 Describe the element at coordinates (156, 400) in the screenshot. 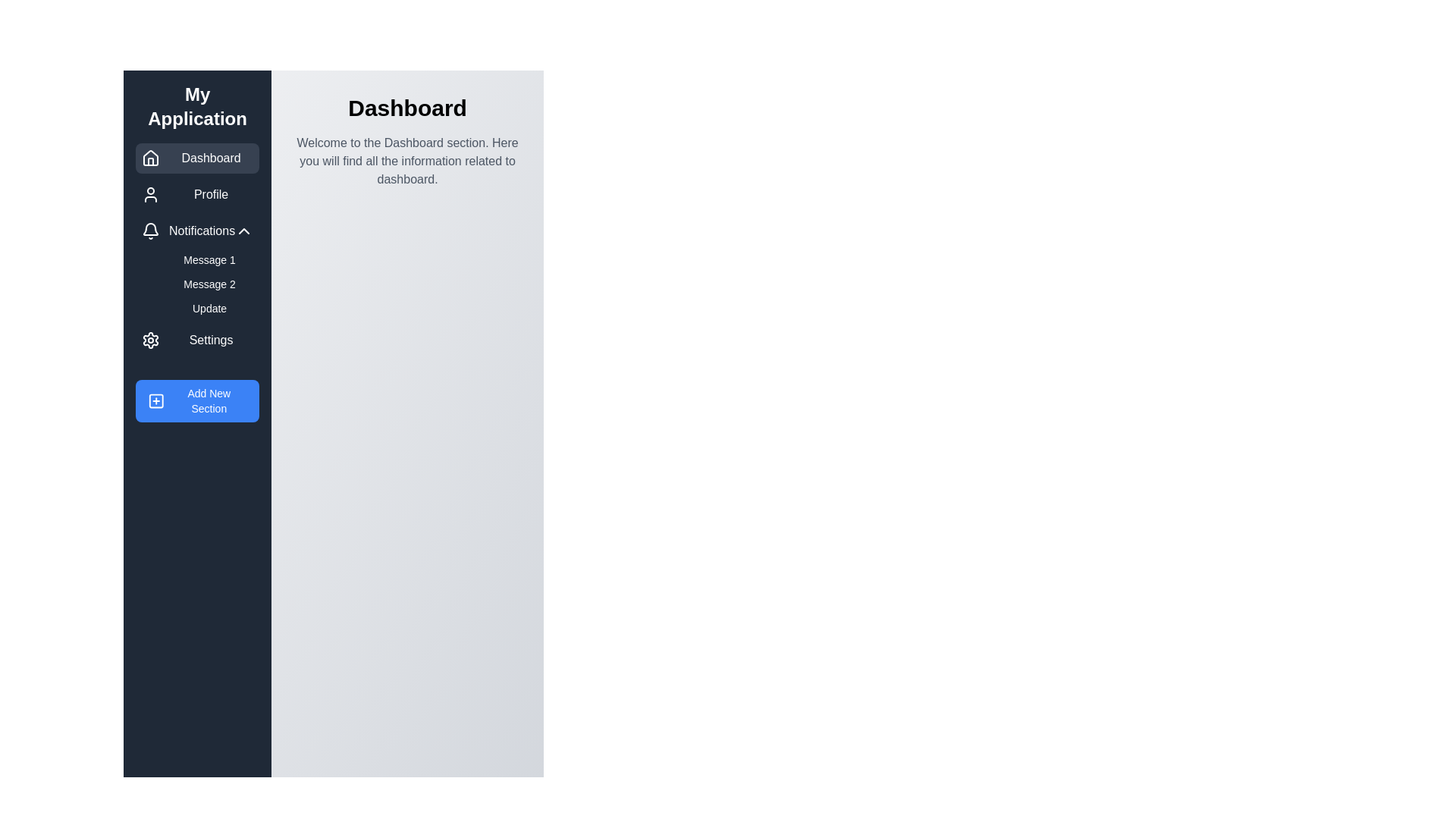

I see `the 'Add New Section' icon located at the bottom of the left navigation sidebar for accessibility purposes` at that location.